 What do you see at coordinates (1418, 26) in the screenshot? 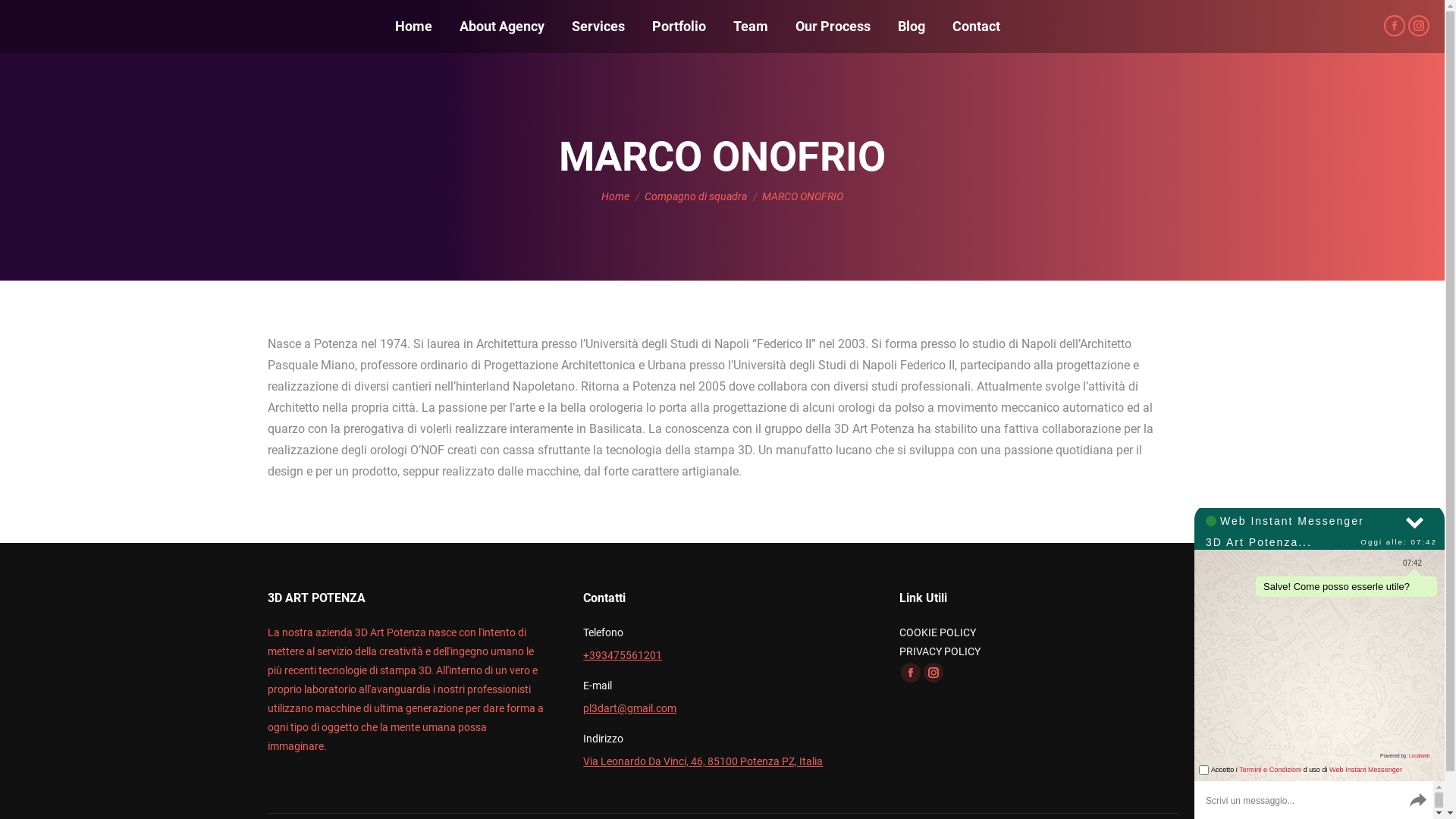
I see `'Instagram page opens in new window'` at bounding box center [1418, 26].